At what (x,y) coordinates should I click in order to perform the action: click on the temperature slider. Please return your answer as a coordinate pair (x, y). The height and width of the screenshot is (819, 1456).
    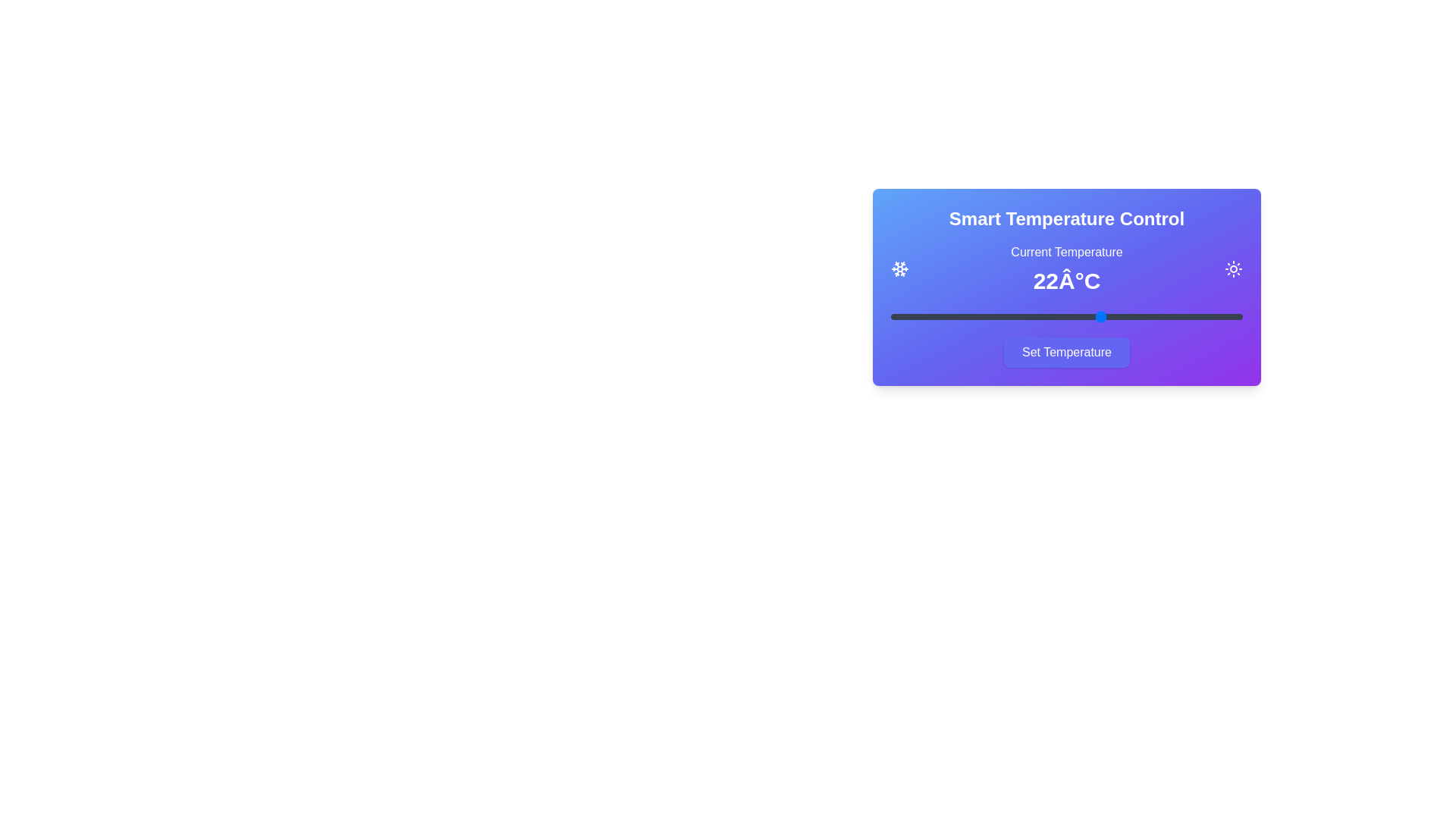
    Looking at the image, I should click on (1207, 315).